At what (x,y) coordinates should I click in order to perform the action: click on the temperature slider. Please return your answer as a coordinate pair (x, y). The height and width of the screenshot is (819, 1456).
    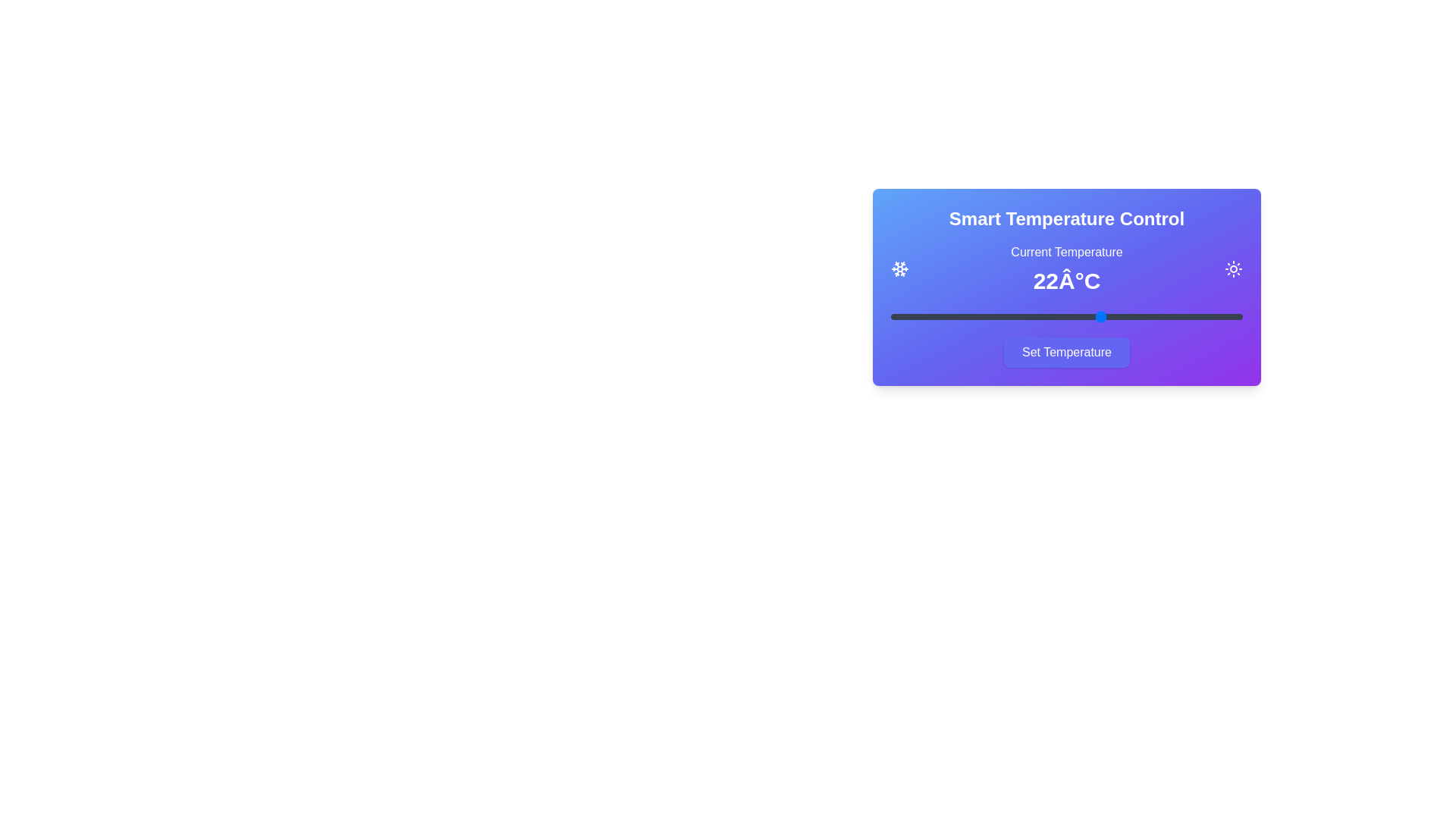
    Looking at the image, I should click on (1207, 315).